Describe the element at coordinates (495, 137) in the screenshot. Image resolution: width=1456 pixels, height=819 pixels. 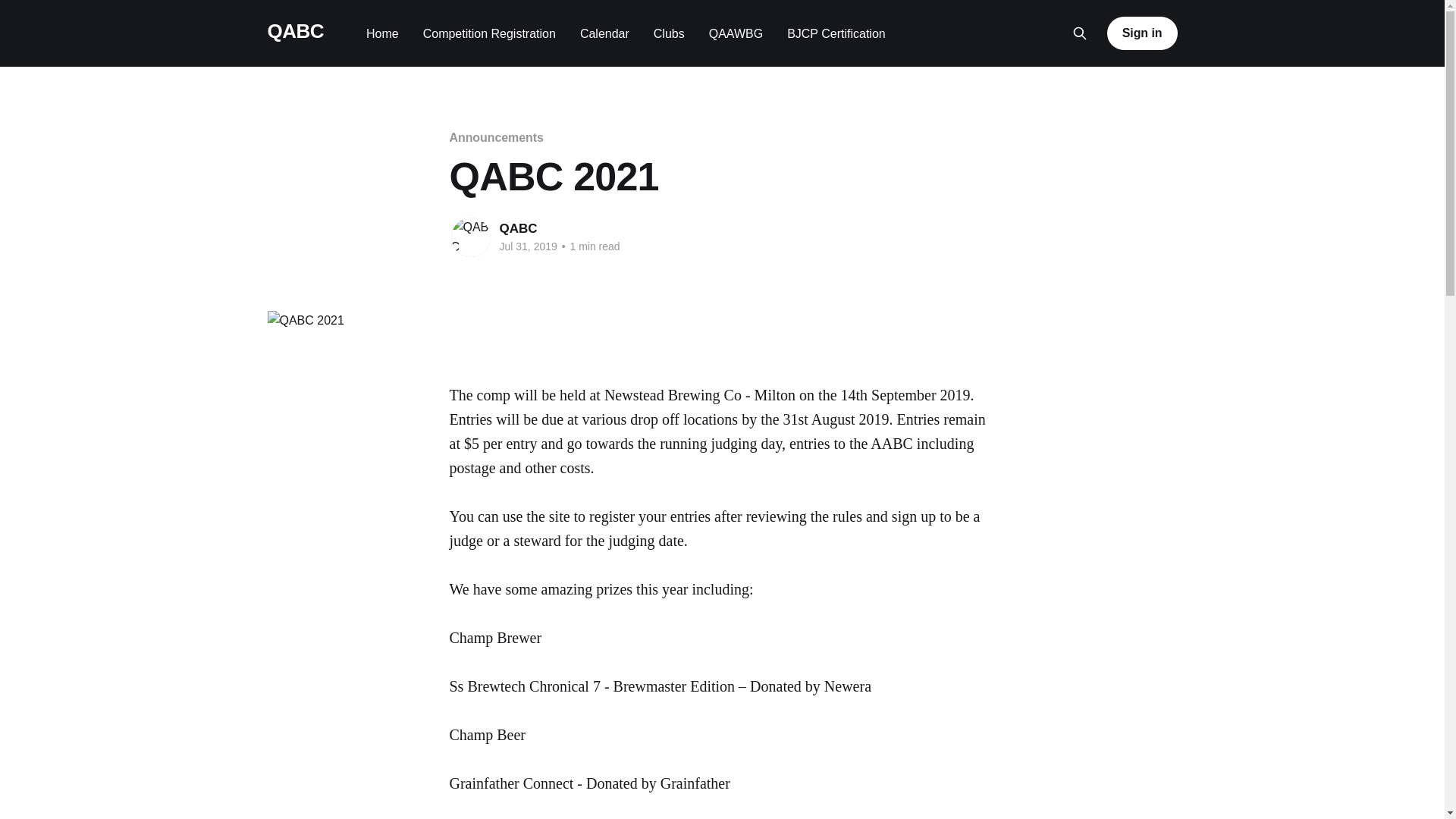
I see `'Announcements'` at that location.